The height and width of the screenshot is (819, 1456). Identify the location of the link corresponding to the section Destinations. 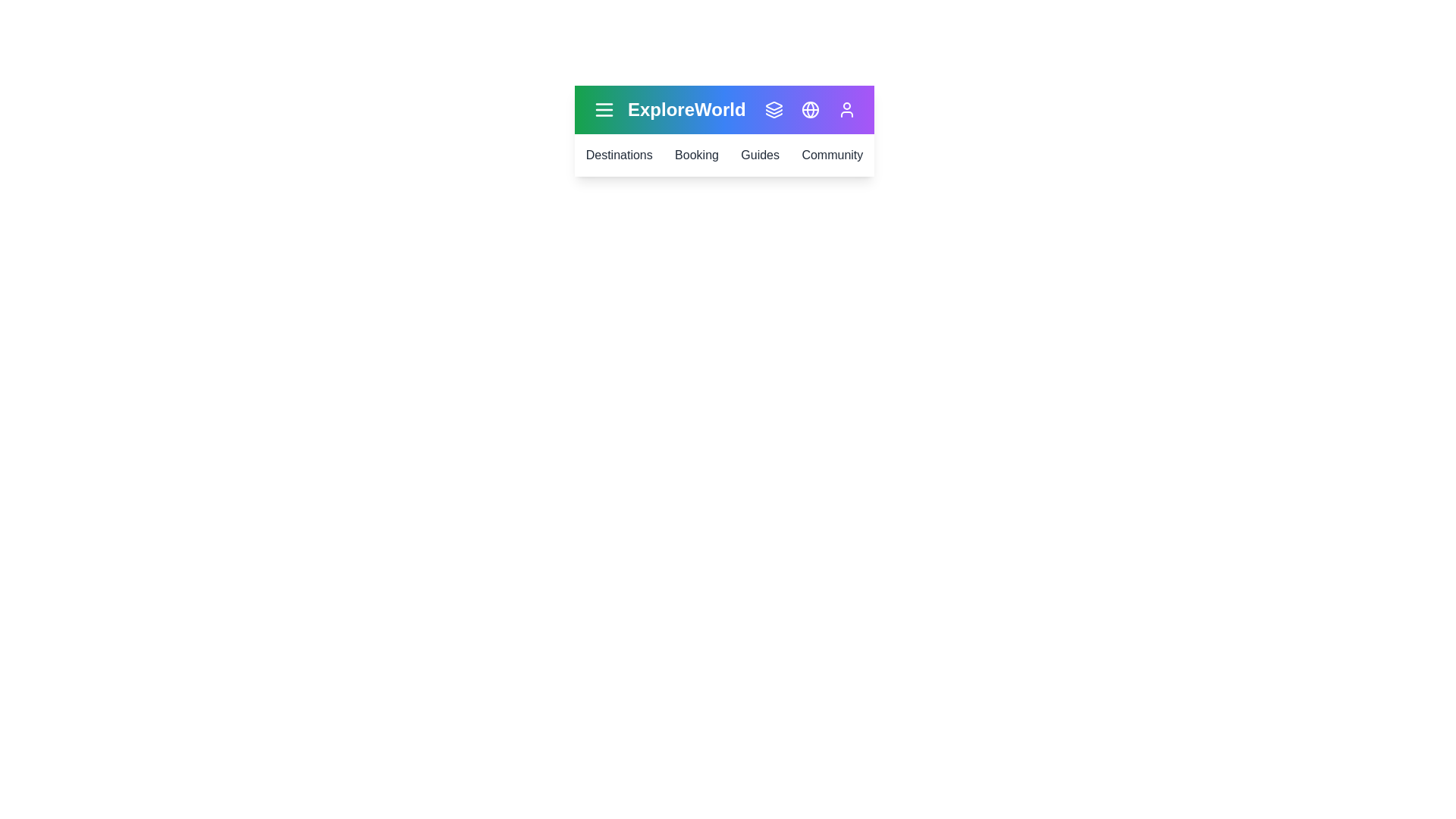
(619, 155).